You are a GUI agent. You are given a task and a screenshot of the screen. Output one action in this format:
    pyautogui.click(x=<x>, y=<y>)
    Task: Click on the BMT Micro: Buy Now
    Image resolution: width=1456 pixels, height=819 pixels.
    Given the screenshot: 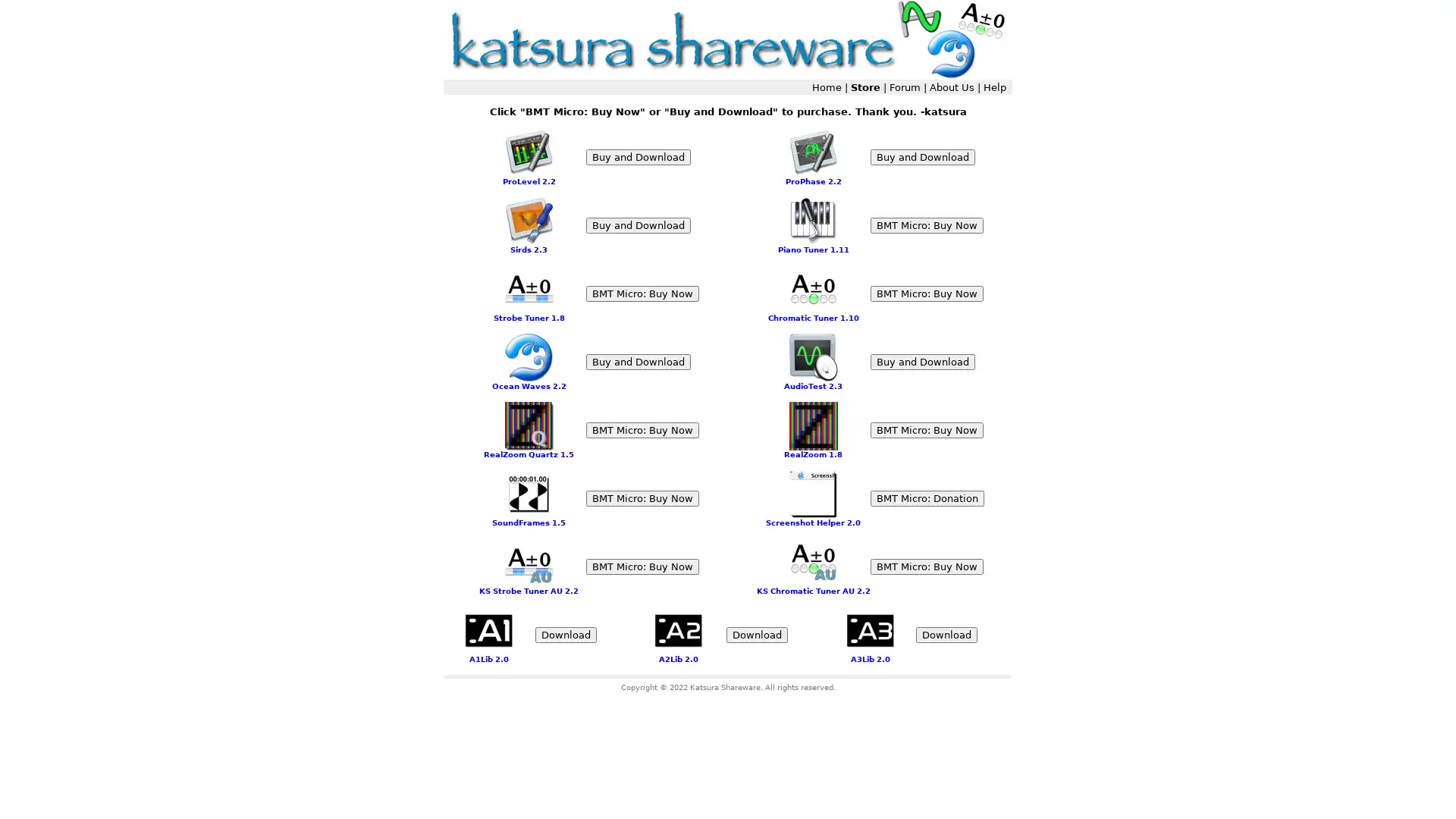 What is the action you would take?
    pyautogui.click(x=642, y=498)
    